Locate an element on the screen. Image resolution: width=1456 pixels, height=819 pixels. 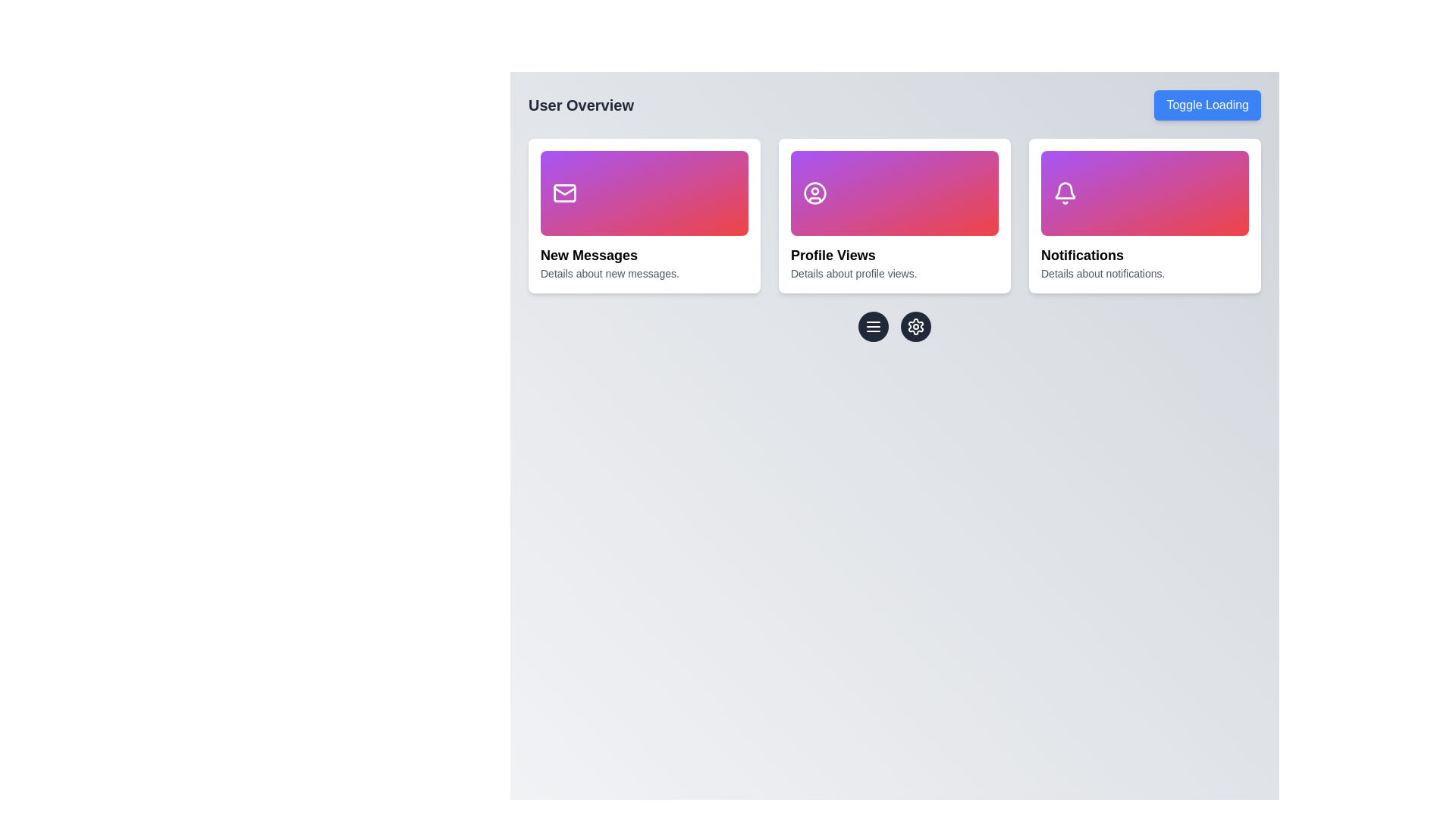
the 'Toggle Loading' button with a blue background and white text in the top-right corner of the 'User Overview' section to change its appearance is located at coordinates (1207, 104).